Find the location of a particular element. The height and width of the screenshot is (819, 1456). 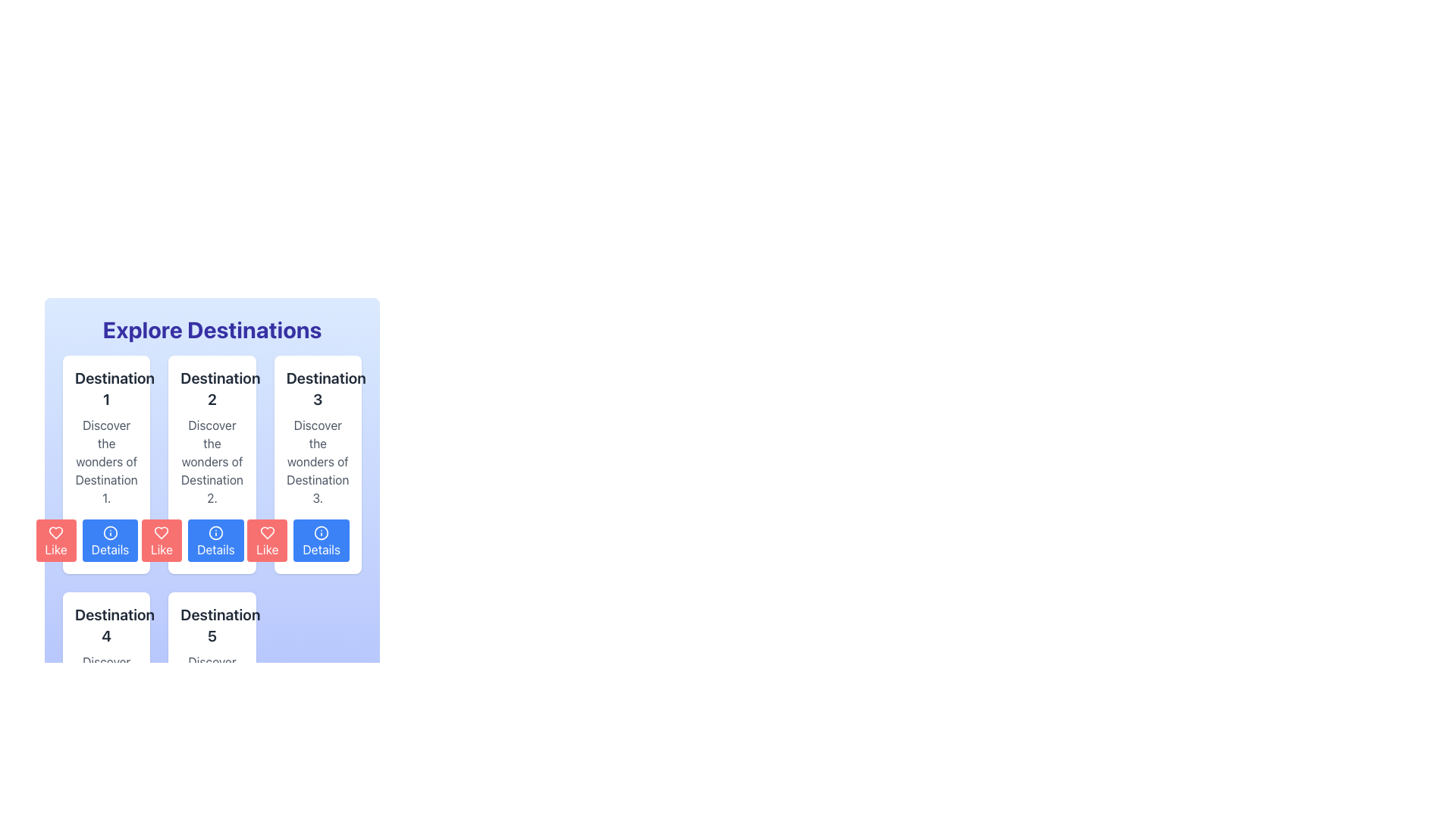

the 'Details' button, which is a rectangular button with white text on a blue background and an 'i' icon, located in the bottom right corner of the 'Destination 3' card in the 'Explore Destinations' grid is located at coordinates (317, 540).